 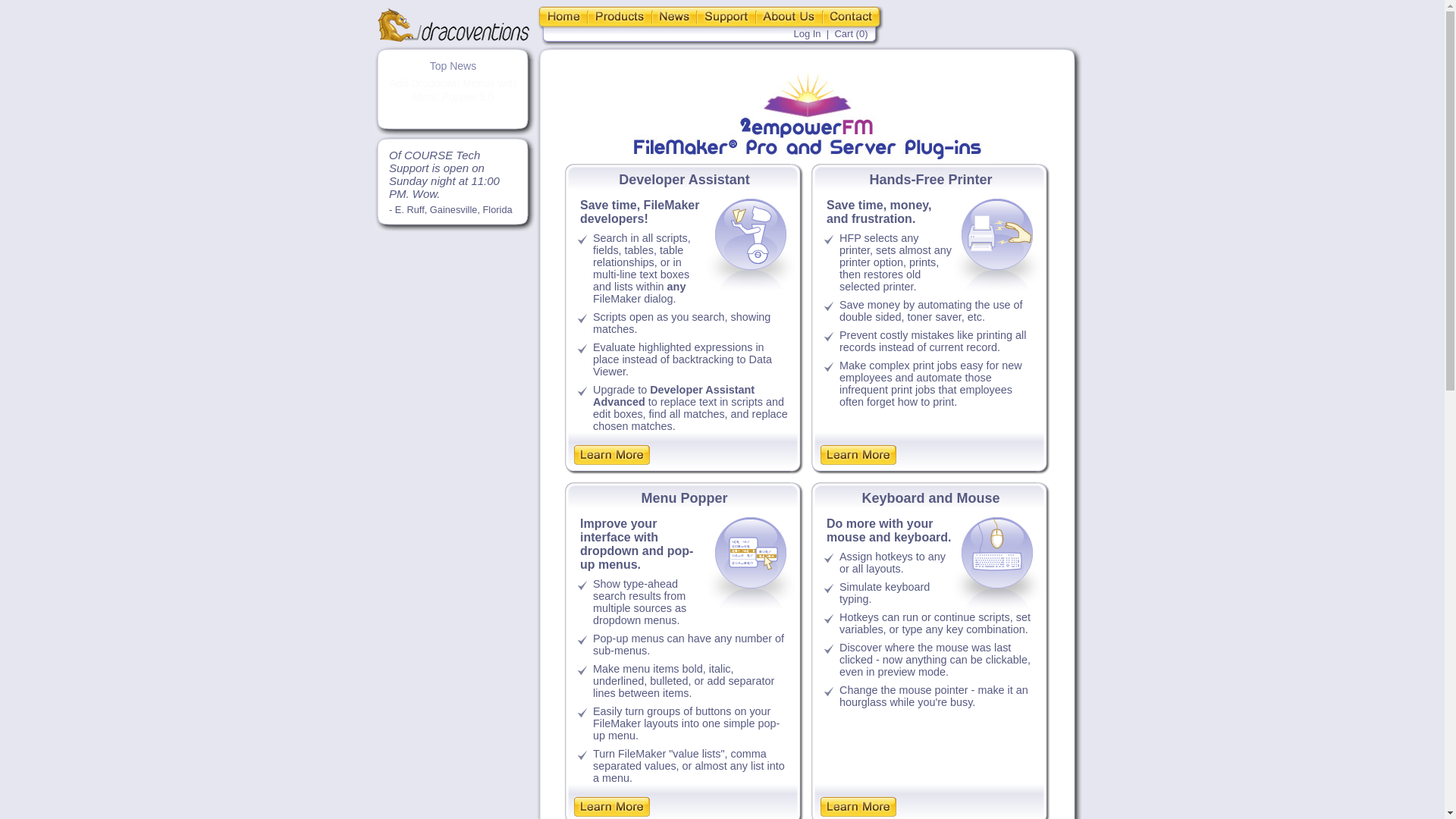 What do you see at coordinates (821, 16) in the screenshot?
I see `'Contact'` at bounding box center [821, 16].